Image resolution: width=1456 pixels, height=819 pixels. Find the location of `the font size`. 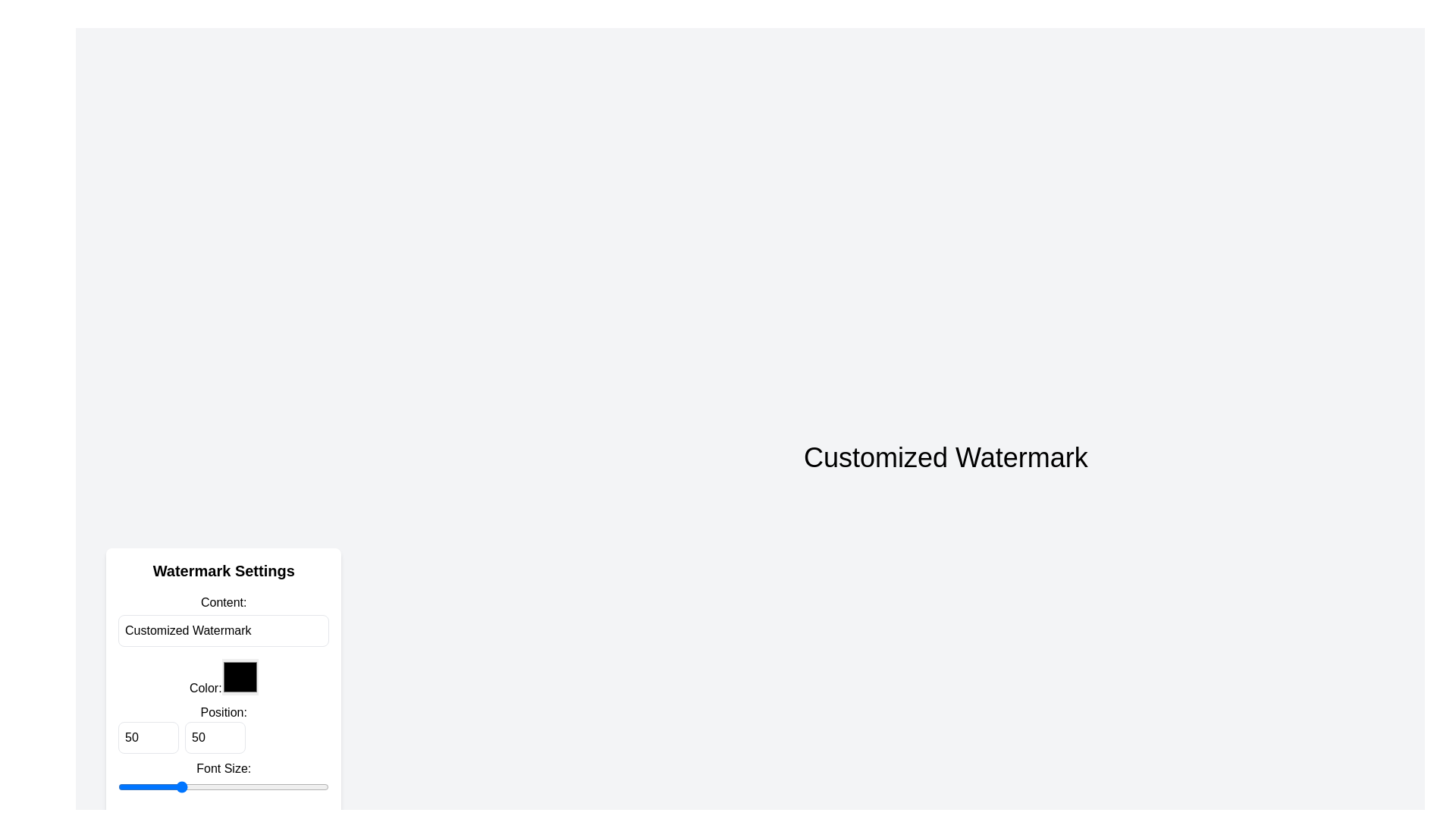

the font size is located at coordinates (268, 786).